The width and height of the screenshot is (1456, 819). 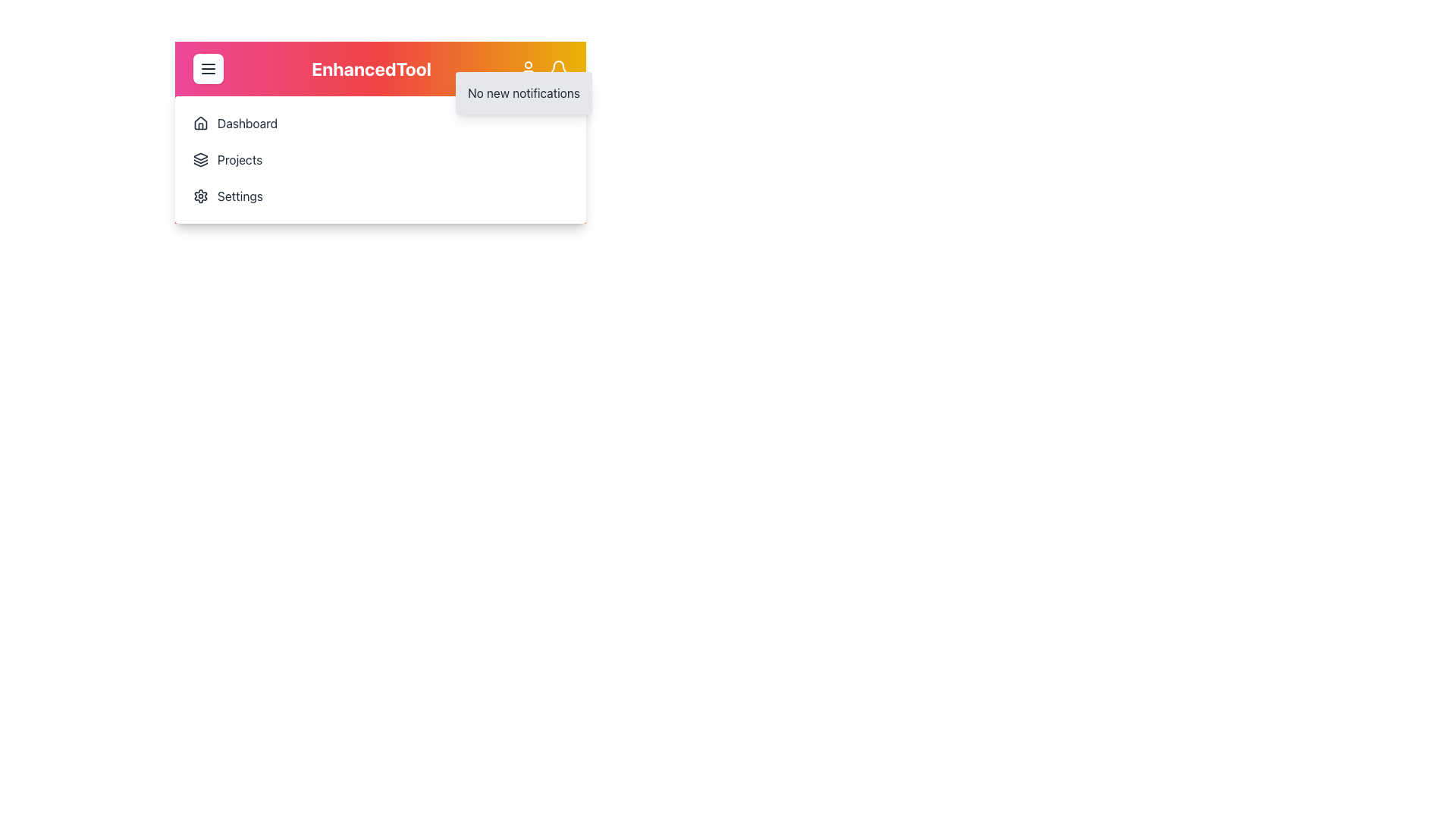 What do you see at coordinates (247, 122) in the screenshot?
I see `the navigation label that indicates the user will be directed to the dashboard section of the application, located next to the house icon and above 'Projects' and 'Settings'` at bounding box center [247, 122].